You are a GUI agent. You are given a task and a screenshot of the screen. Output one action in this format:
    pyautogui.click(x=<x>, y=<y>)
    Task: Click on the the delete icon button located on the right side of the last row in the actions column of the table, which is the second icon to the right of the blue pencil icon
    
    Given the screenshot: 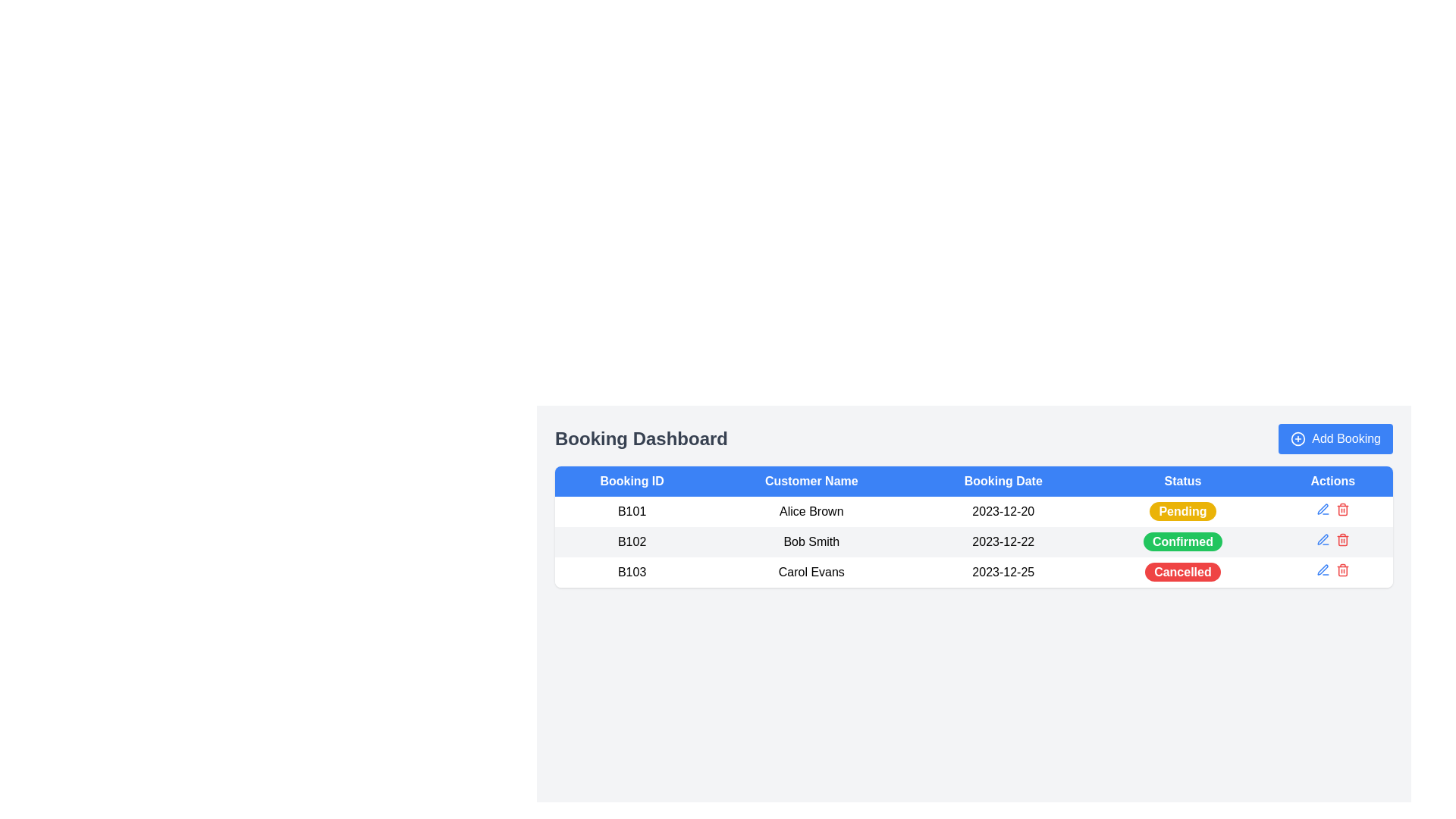 What is the action you would take?
    pyautogui.click(x=1342, y=570)
    